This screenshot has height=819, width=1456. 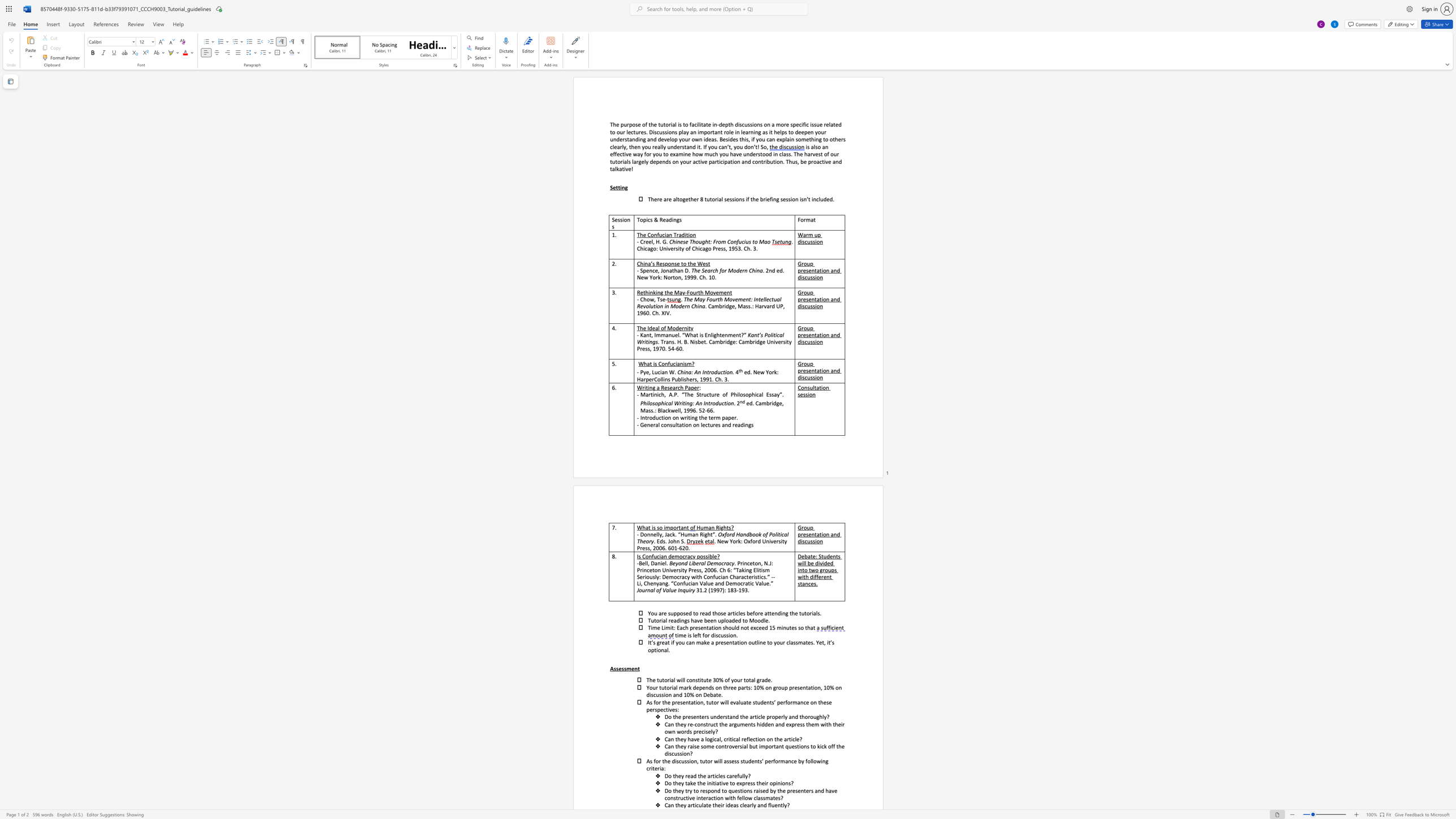 What do you see at coordinates (748, 680) in the screenshot?
I see `the subset text "tal grade." within the text "30% of your total grade."` at bounding box center [748, 680].